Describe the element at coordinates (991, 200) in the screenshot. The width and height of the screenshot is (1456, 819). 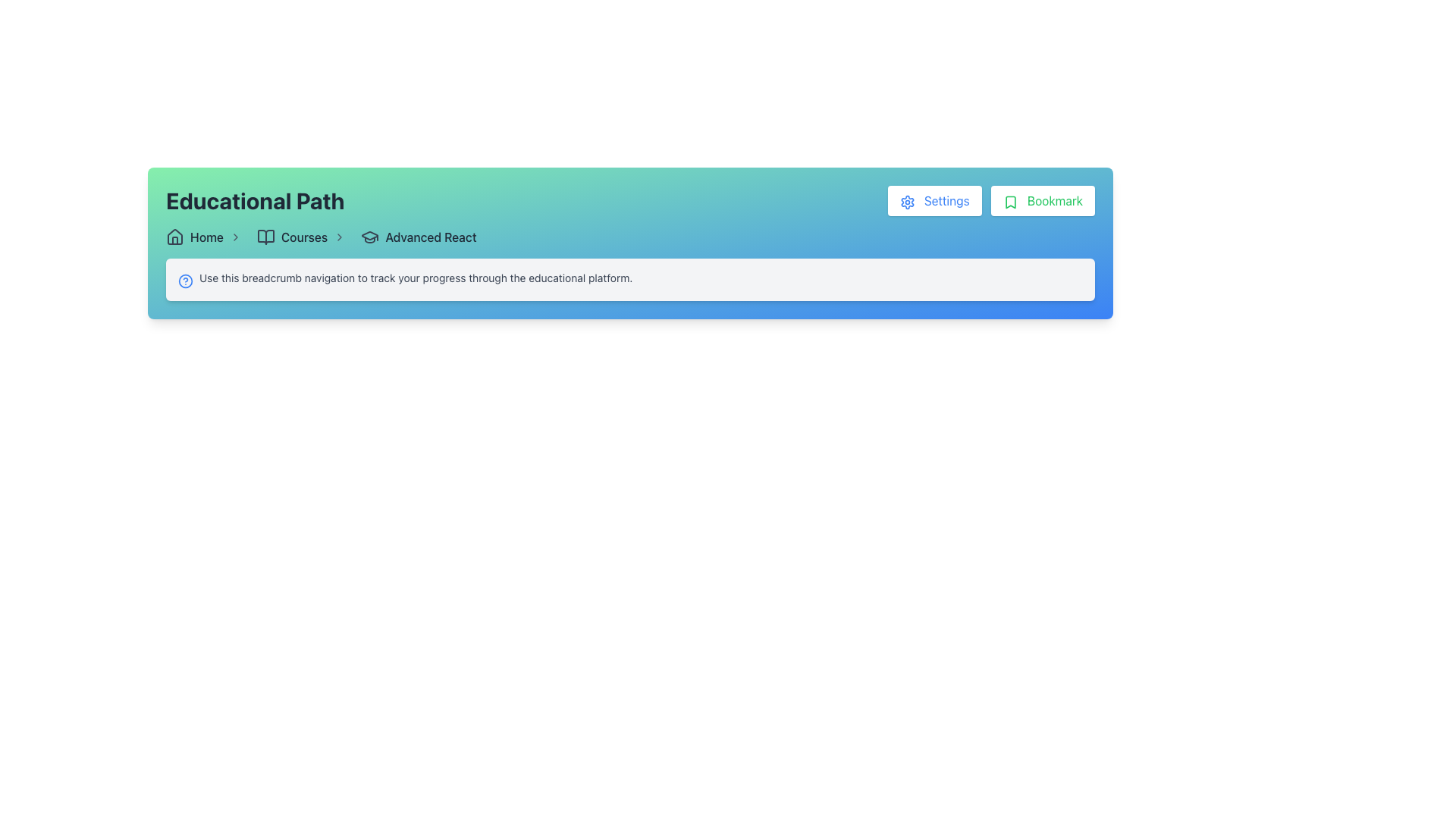
I see `the 'Settings' button in the grouped buttons section located in the top-right area of the interface` at that location.